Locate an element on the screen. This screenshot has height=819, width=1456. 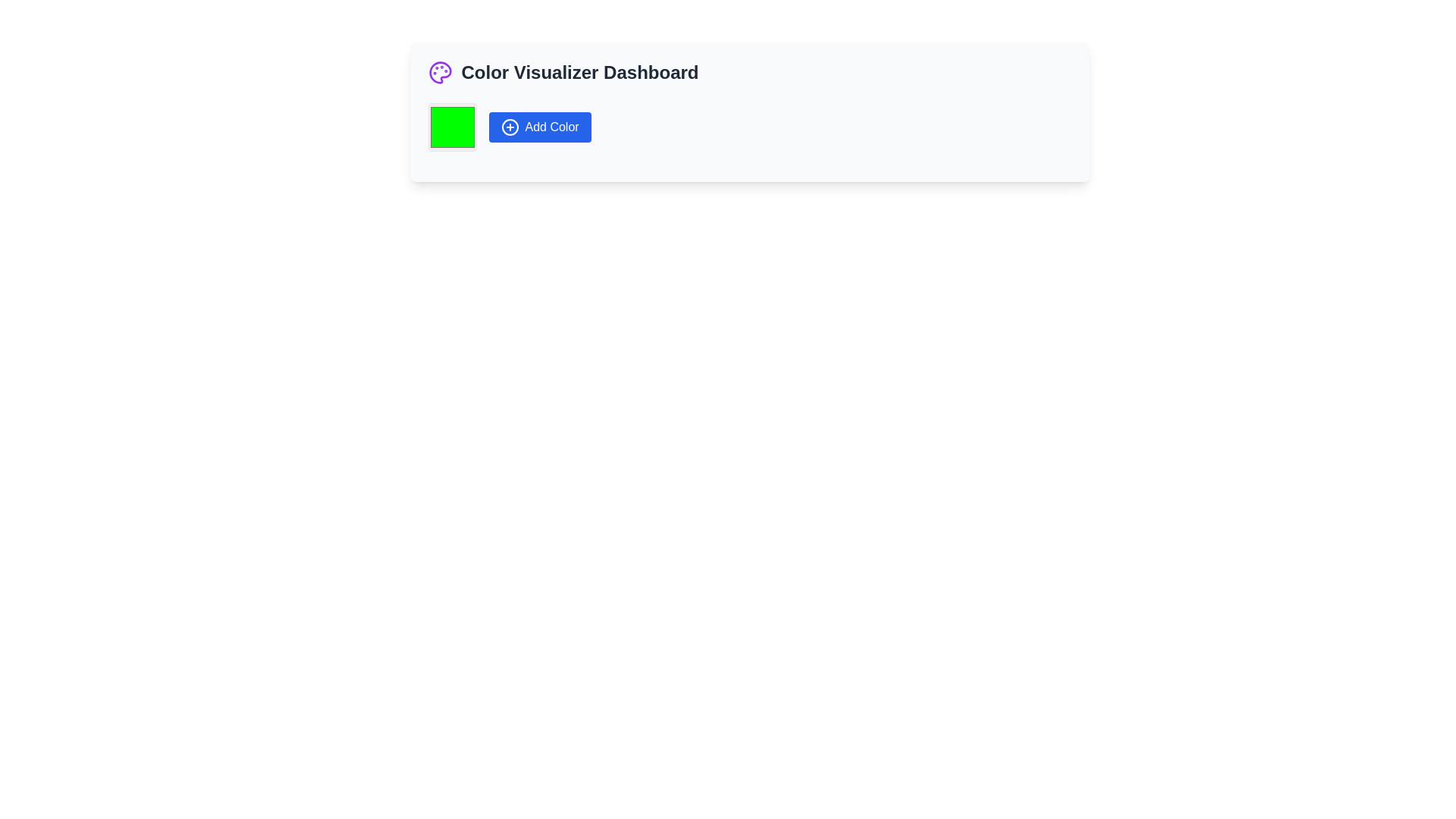
the circular SVG icon element, which is part of the 'Color Visualizer Dashboard' and located to the left of the blue 'Add Color' button is located at coordinates (510, 127).